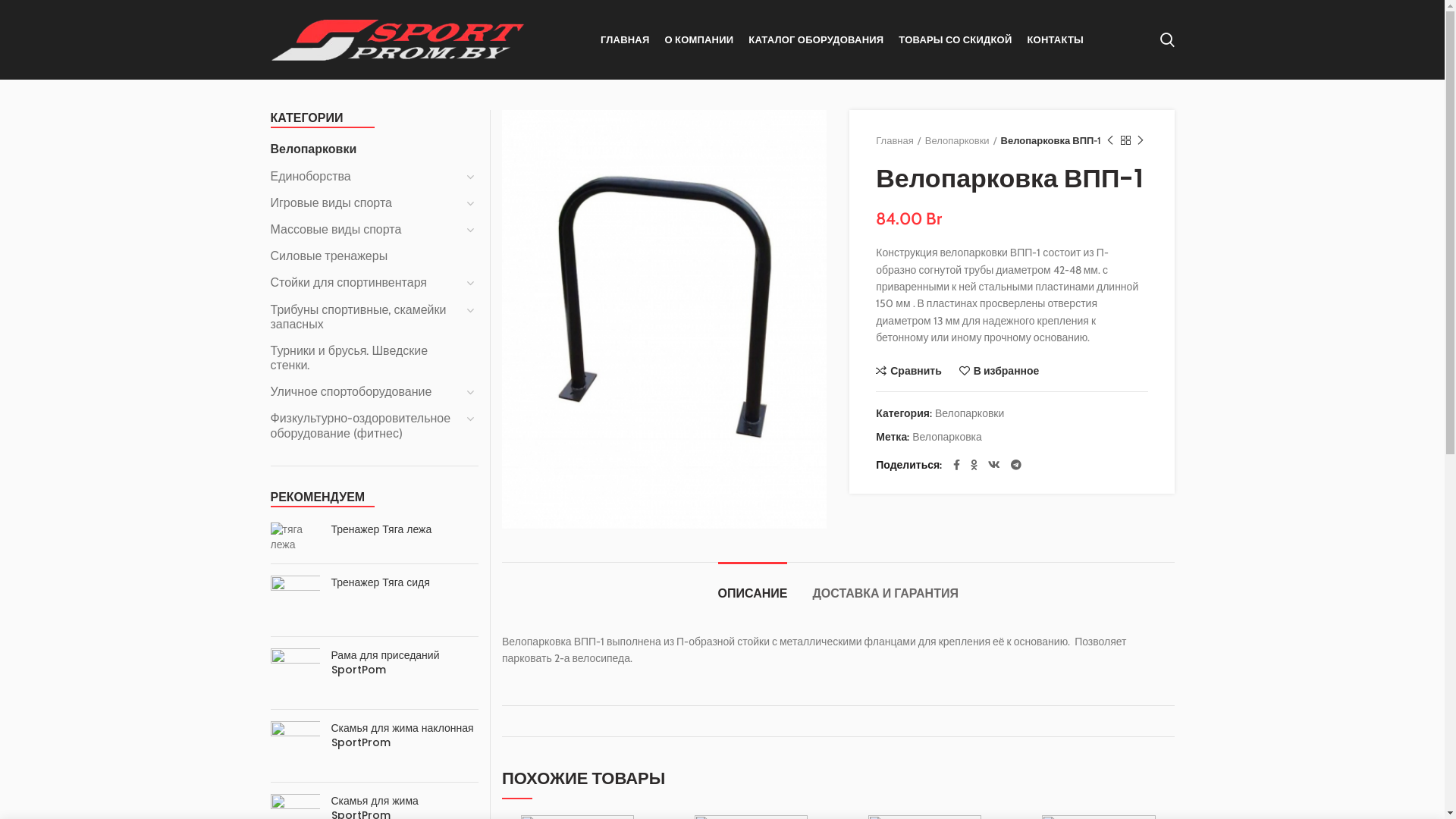 This screenshot has width=1456, height=819. I want to click on 'Facebook', so click(284, 730).